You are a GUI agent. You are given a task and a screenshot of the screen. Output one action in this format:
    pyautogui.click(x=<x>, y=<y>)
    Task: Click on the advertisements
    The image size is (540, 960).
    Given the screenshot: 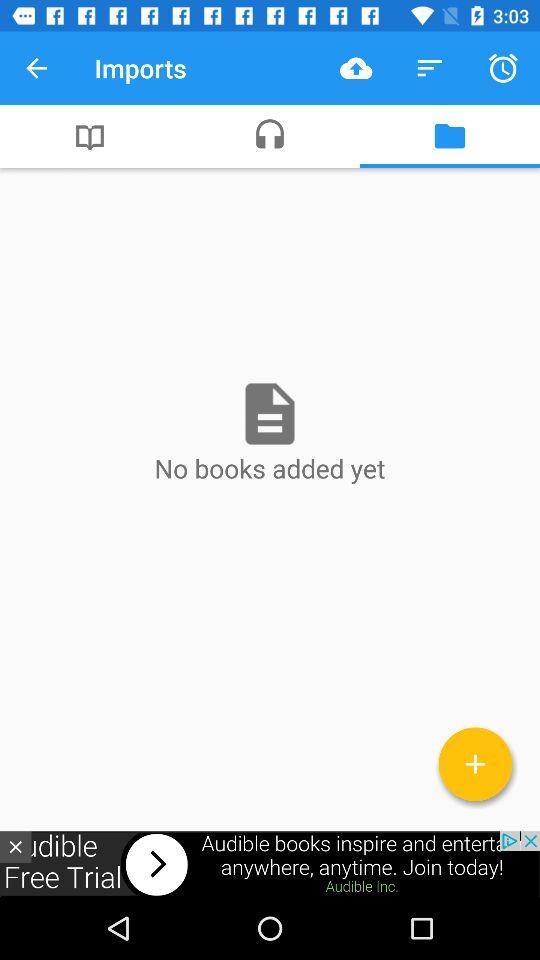 What is the action you would take?
    pyautogui.click(x=270, y=863)
    